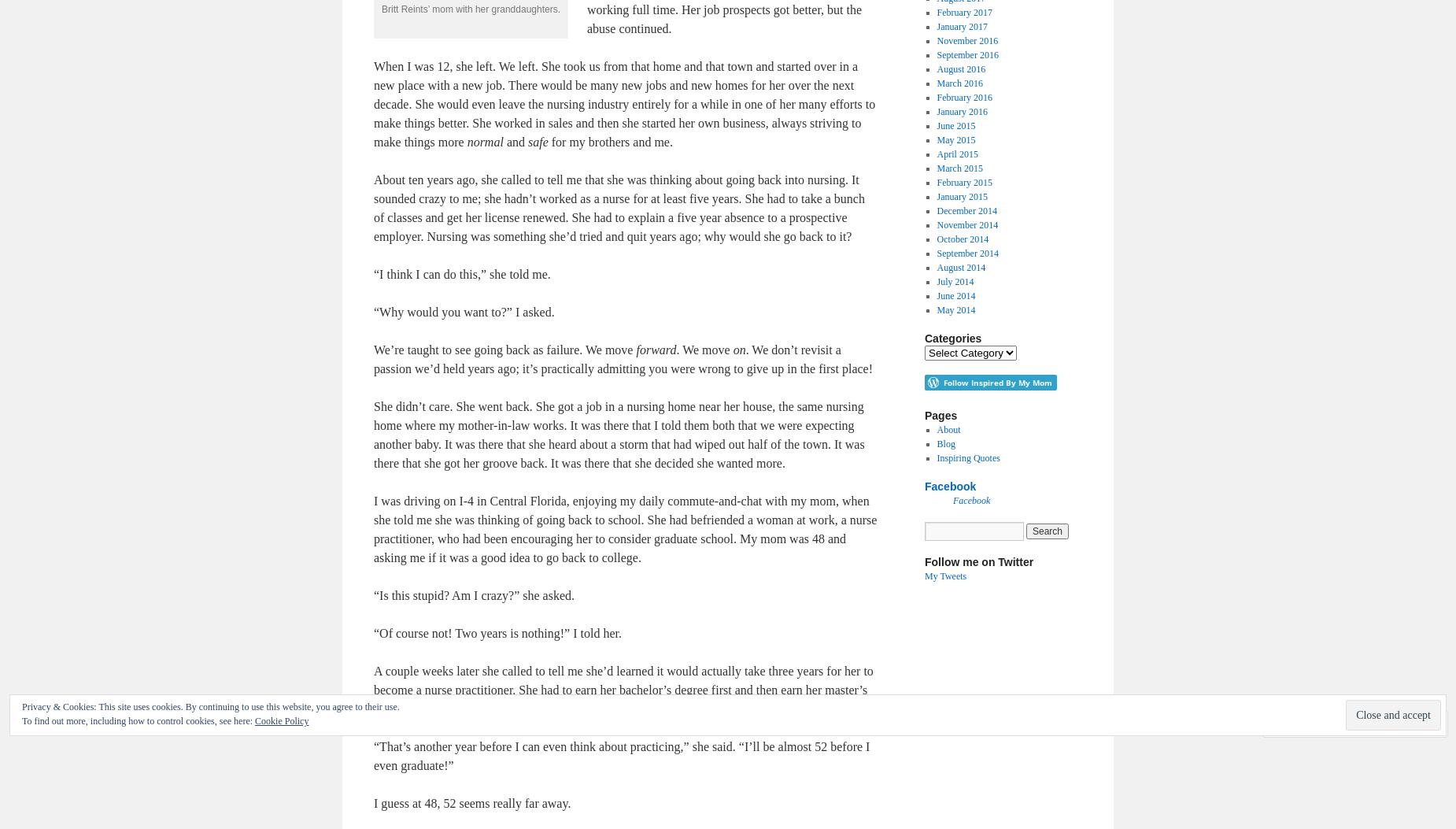 This screenshot has height=829, width=1456. Describe the element at coordinates (471, 802) in the screenshot. I see `'I guess at 48, 52 seems really far away.'` at that location.